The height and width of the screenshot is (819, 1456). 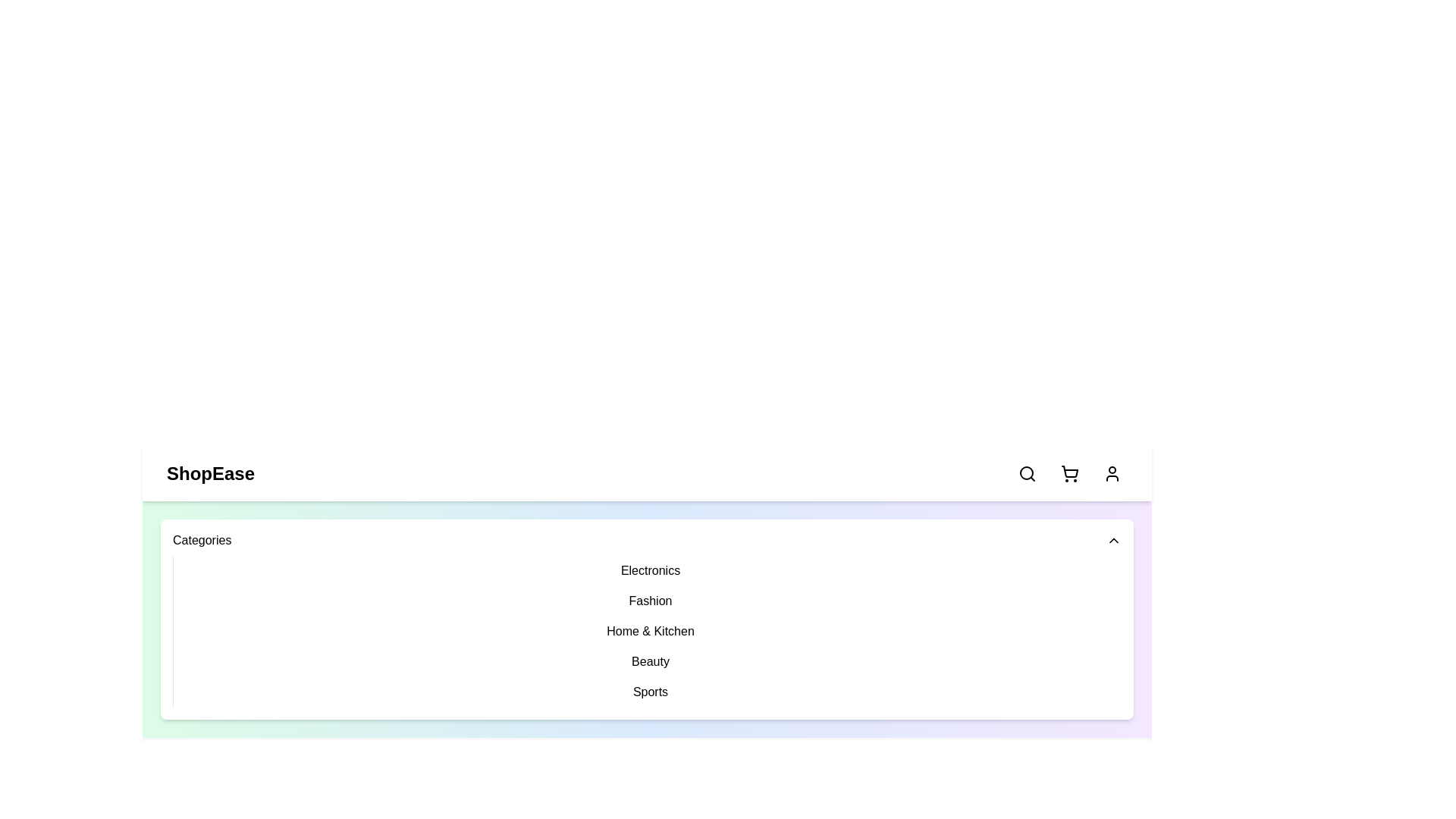 What do you see at coordinates (1113, 540) in the screenshot?
I see `the Chevron Icon located at the far right of the row that starts with the text 'Categories'` at bounding box center [1113, 540].